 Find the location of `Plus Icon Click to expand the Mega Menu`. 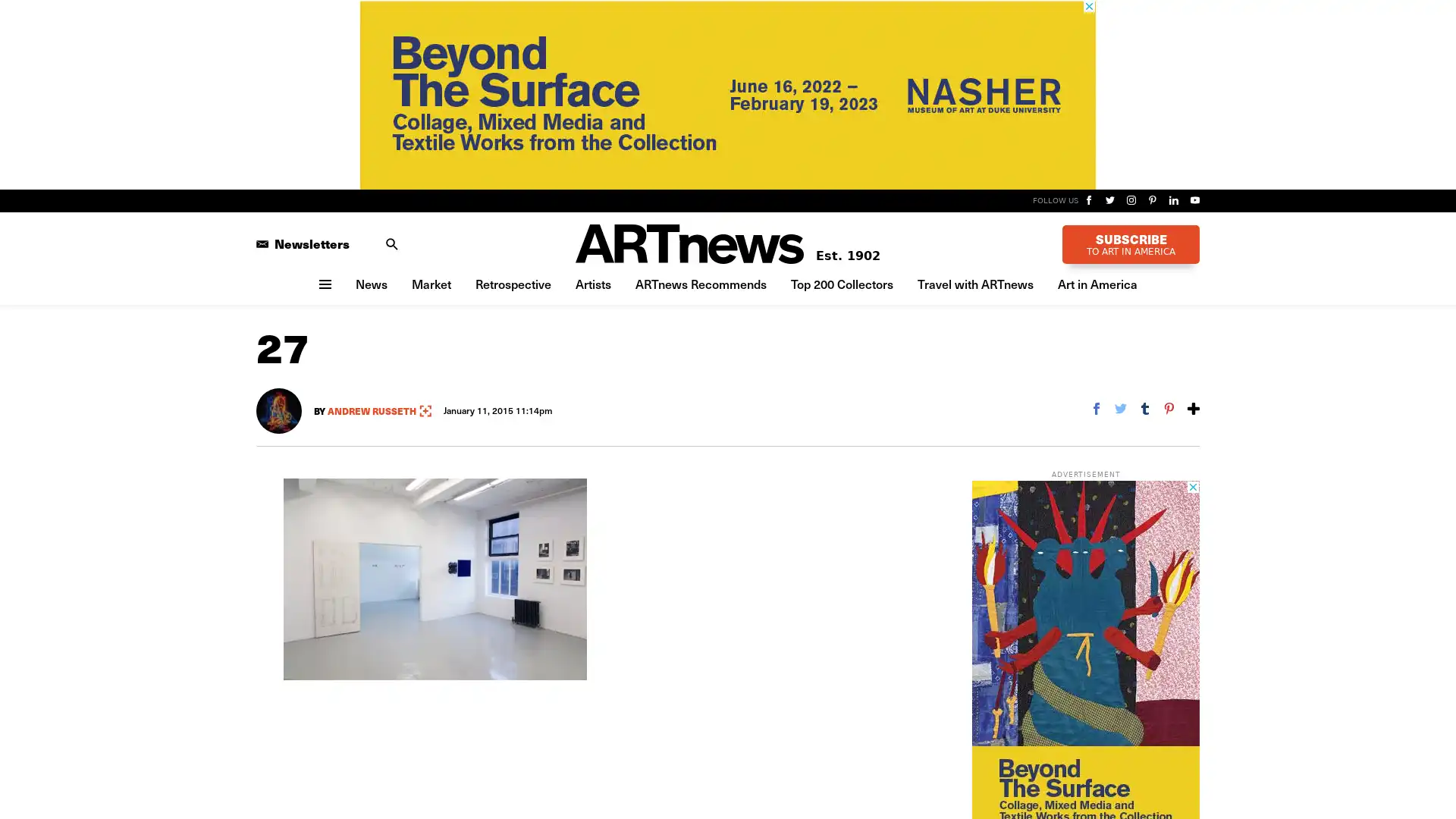

Plus Icon Click to expand the Mega Menu is located at coordinates (323, 284).